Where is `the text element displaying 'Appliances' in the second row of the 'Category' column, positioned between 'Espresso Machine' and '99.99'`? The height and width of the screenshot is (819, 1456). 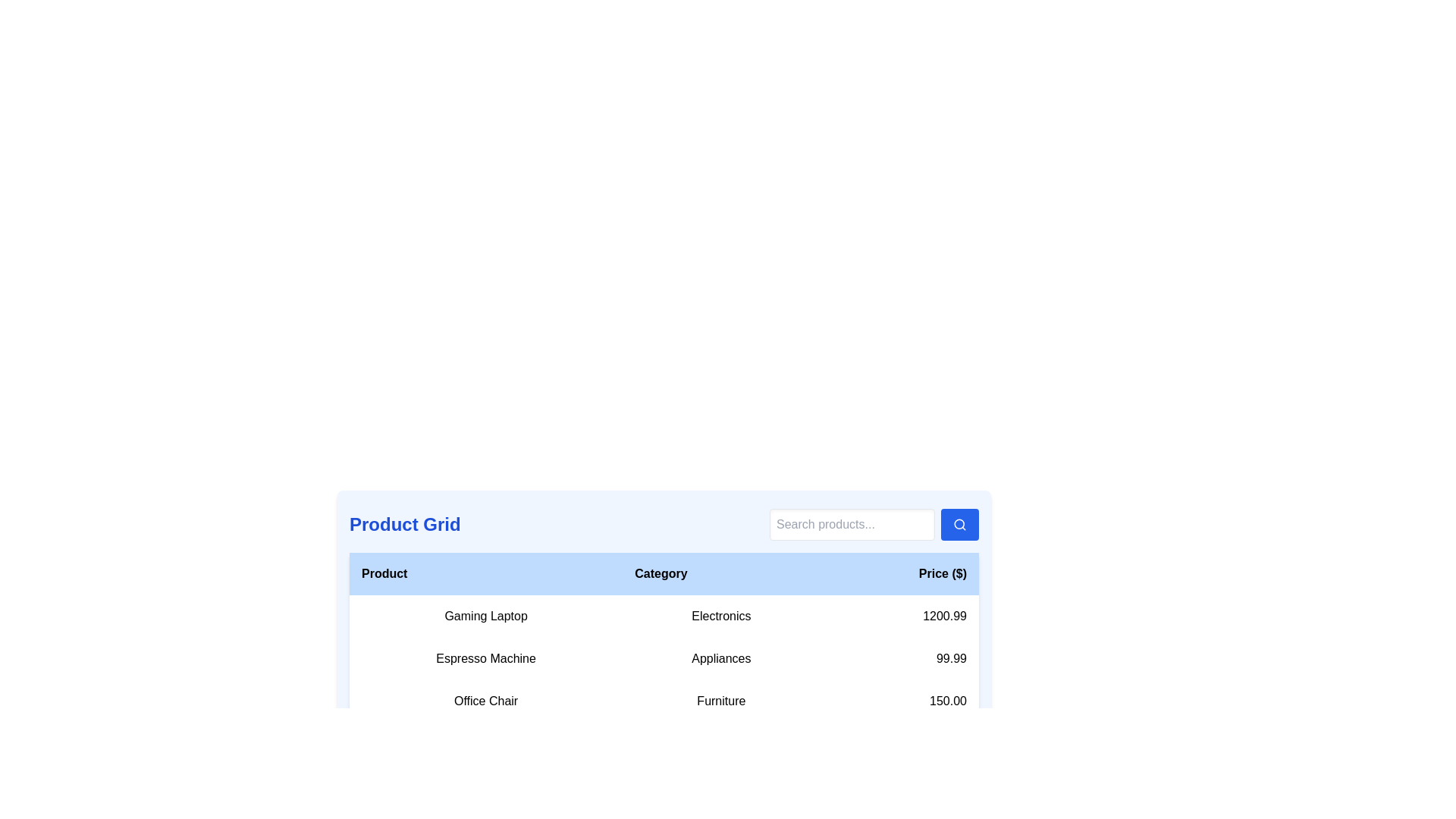
the text element displaying 'Appliances' in the second row of the 'Category' column, positioned between 'Espresso Machine' and '99.99' is located at coordinates (720, 657).